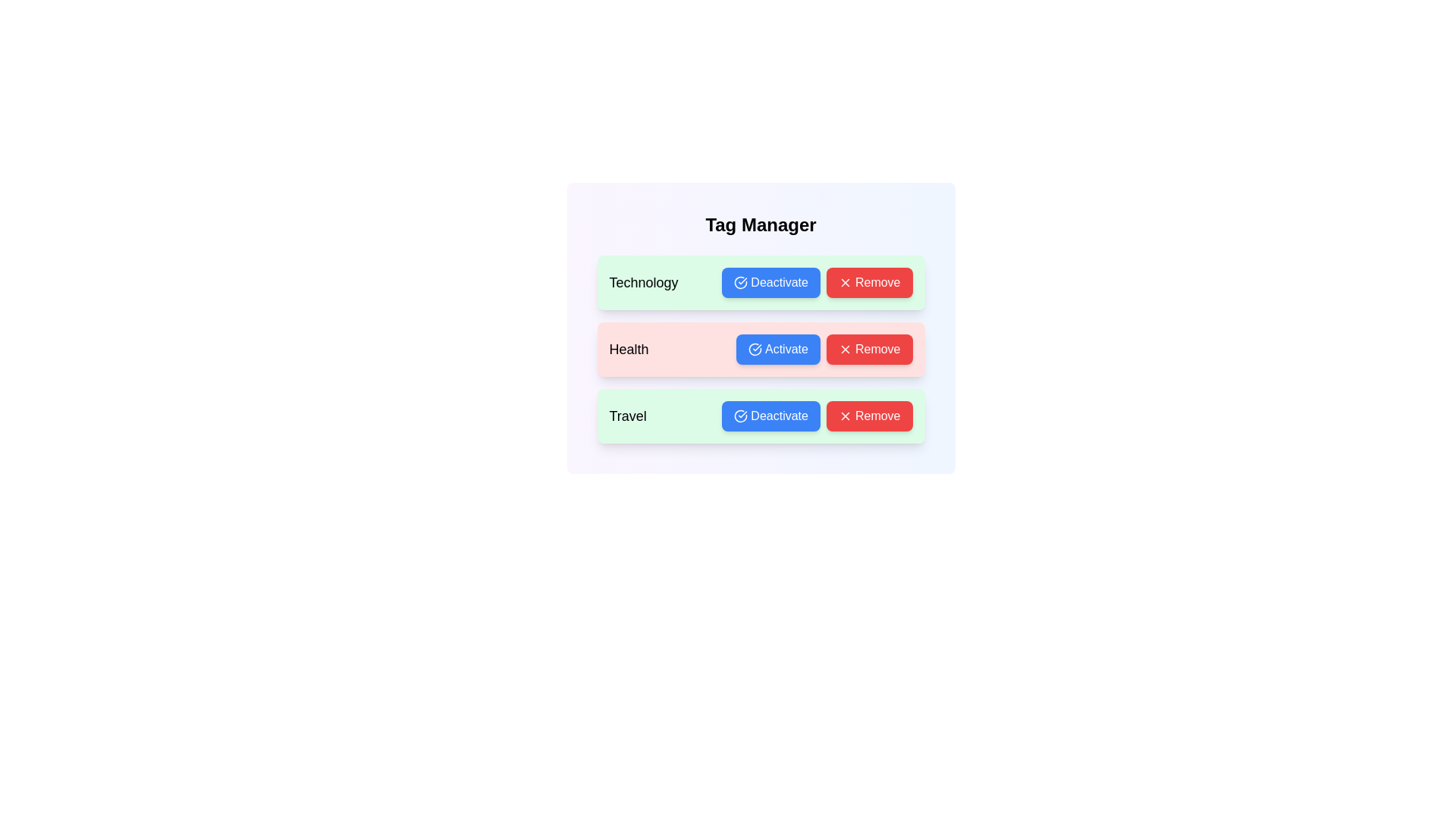  What do you see at coordinates (869, 350) in the screenshot?
I see `'Remove' button for the tag with name Health` at bounding box center [869, 350].